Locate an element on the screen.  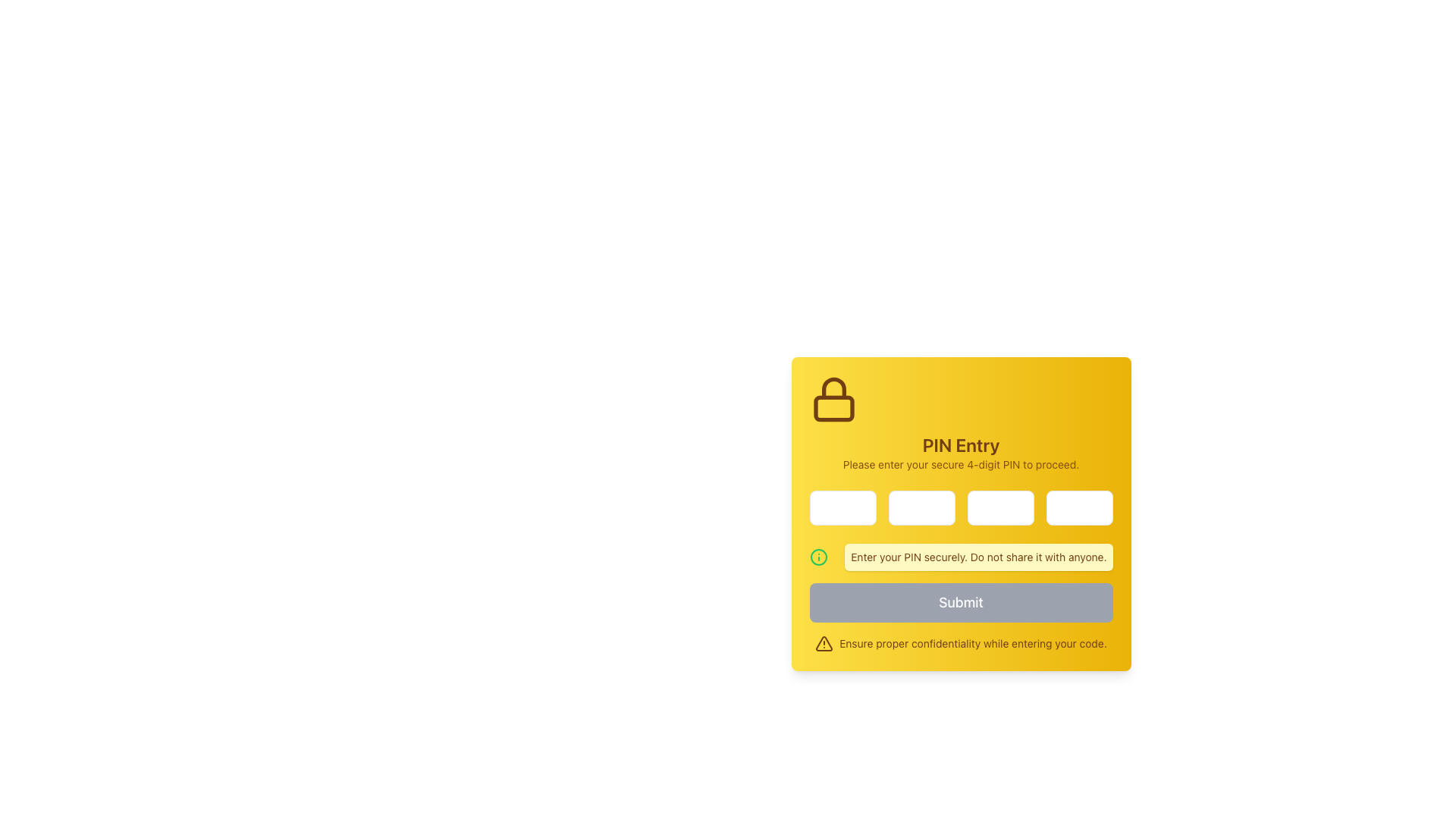
the password input field located within the 'PIN Entry' card to focus the input for entering a PIN code is located at coordinates (842, 508).